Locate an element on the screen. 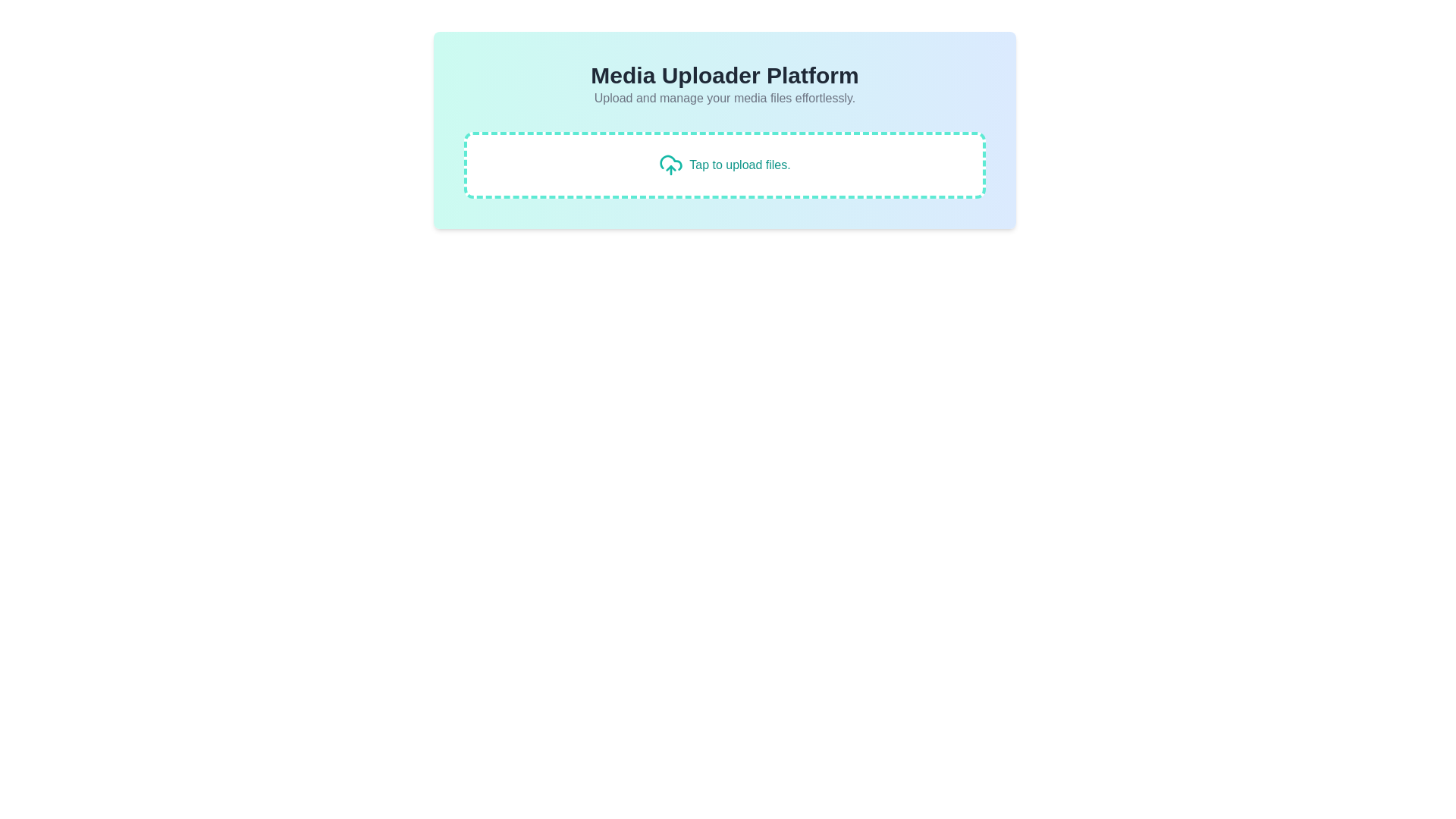 The height and width of the screenshot is (819, 1456). the text label displaying 'Tap to upload files.' which is styled in teal color and located within a dashed bordered rectangular area, positioned to the right of the cloud-upload icon is located at coordinates (739, 165).